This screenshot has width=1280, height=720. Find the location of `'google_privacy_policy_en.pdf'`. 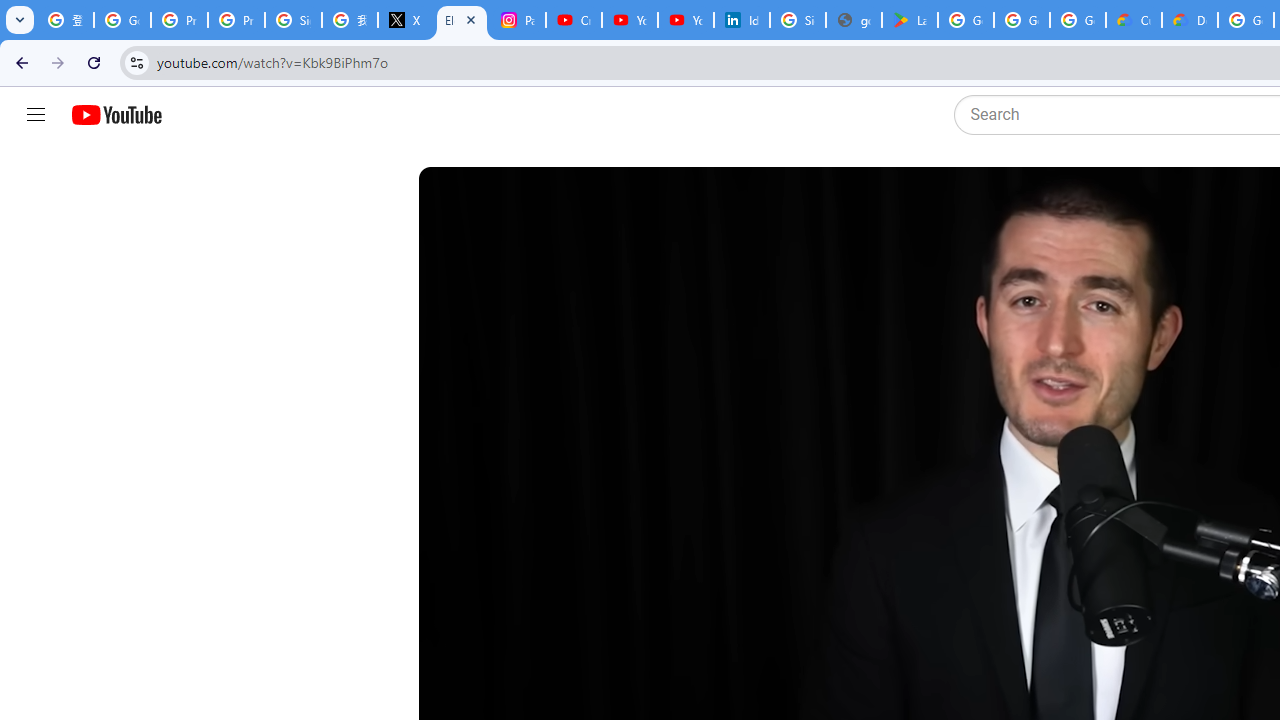

'google_privacy_policy_en.pdf' is located at coordinates (853, 20).